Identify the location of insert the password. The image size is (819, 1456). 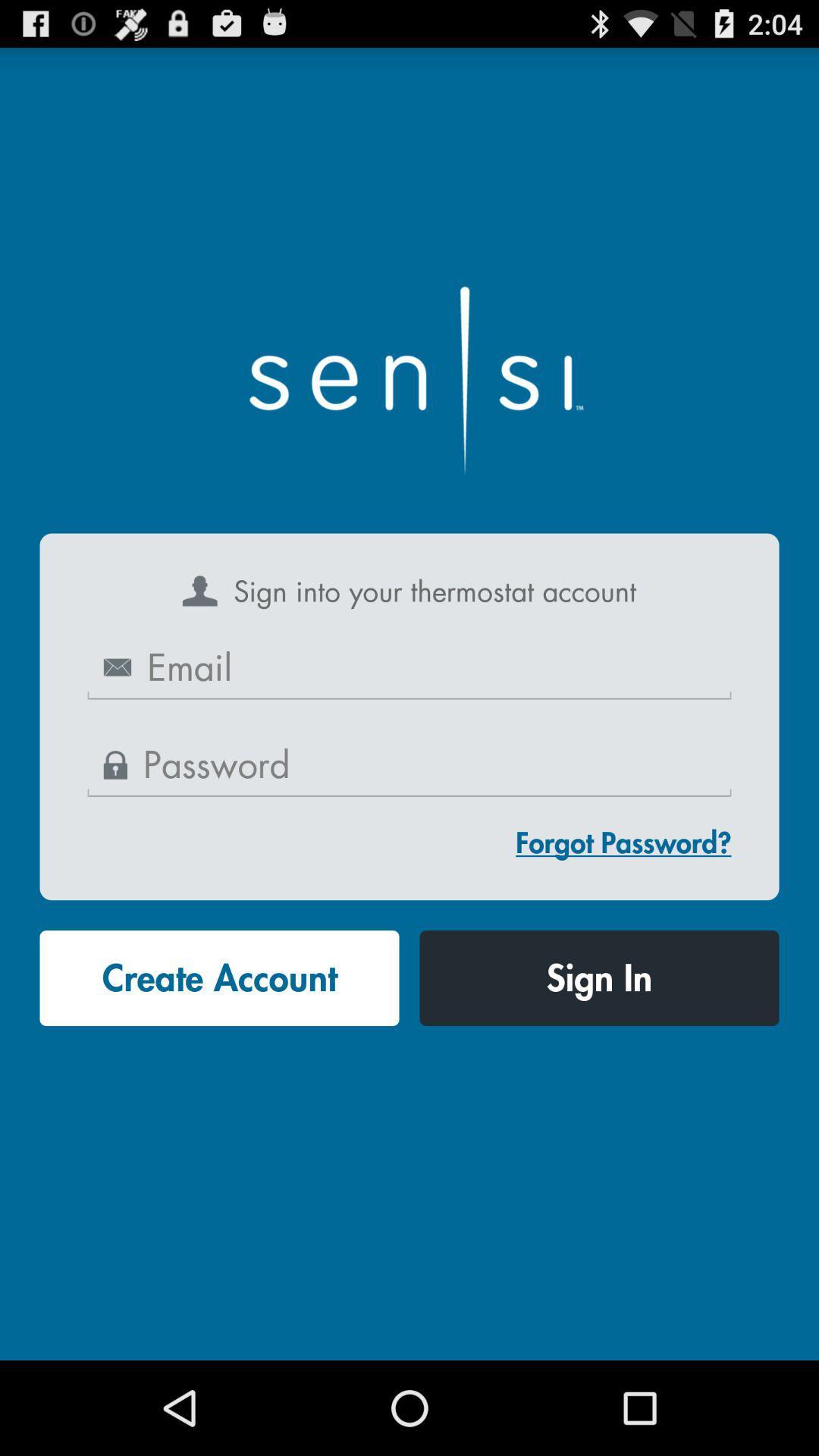
(409, 766).